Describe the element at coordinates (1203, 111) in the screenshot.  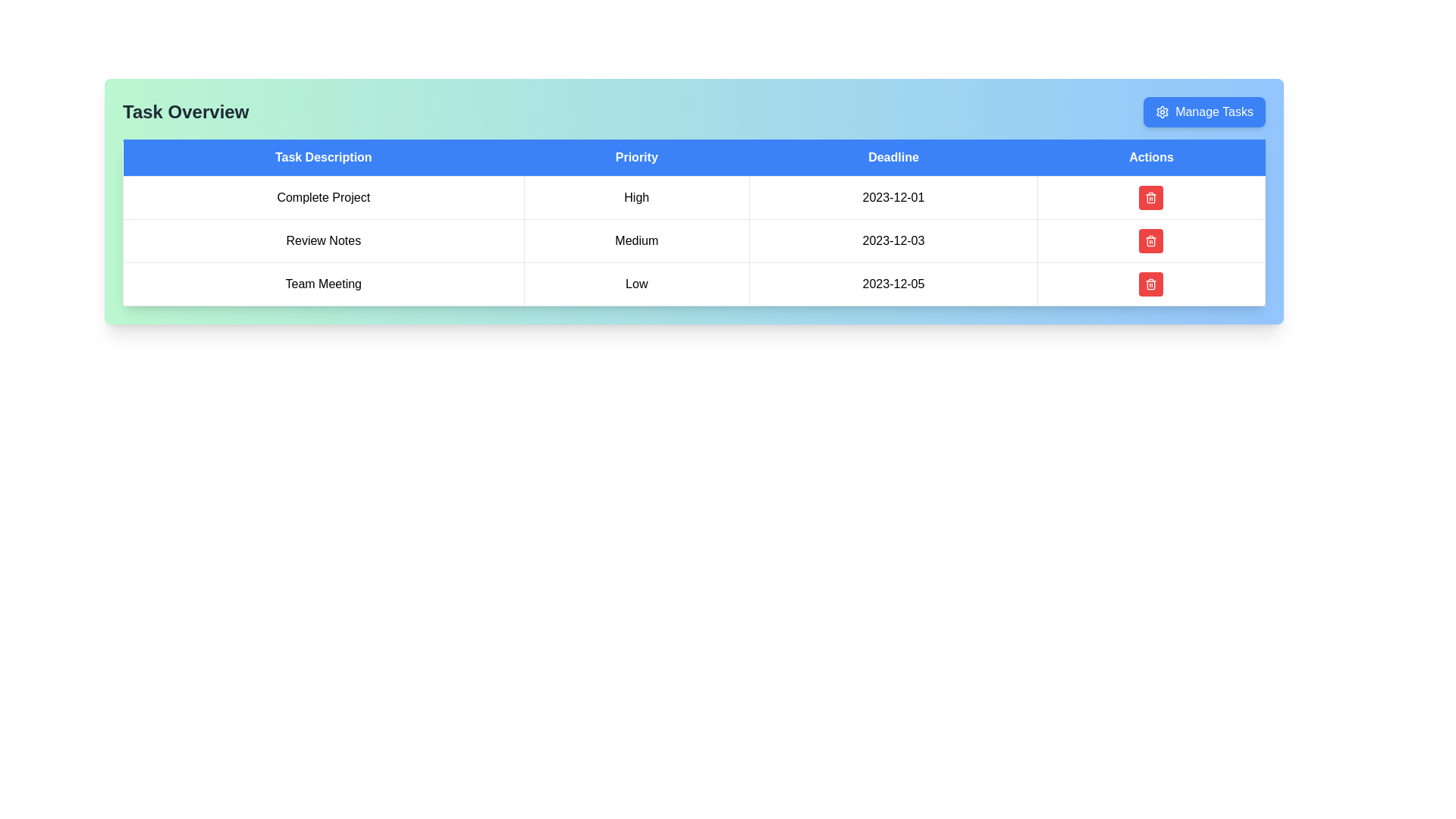
I see `the task management button located on the top-right corner of the 'Task Overview' section, positioned to the right of the 'Task Overview' header` at that location.